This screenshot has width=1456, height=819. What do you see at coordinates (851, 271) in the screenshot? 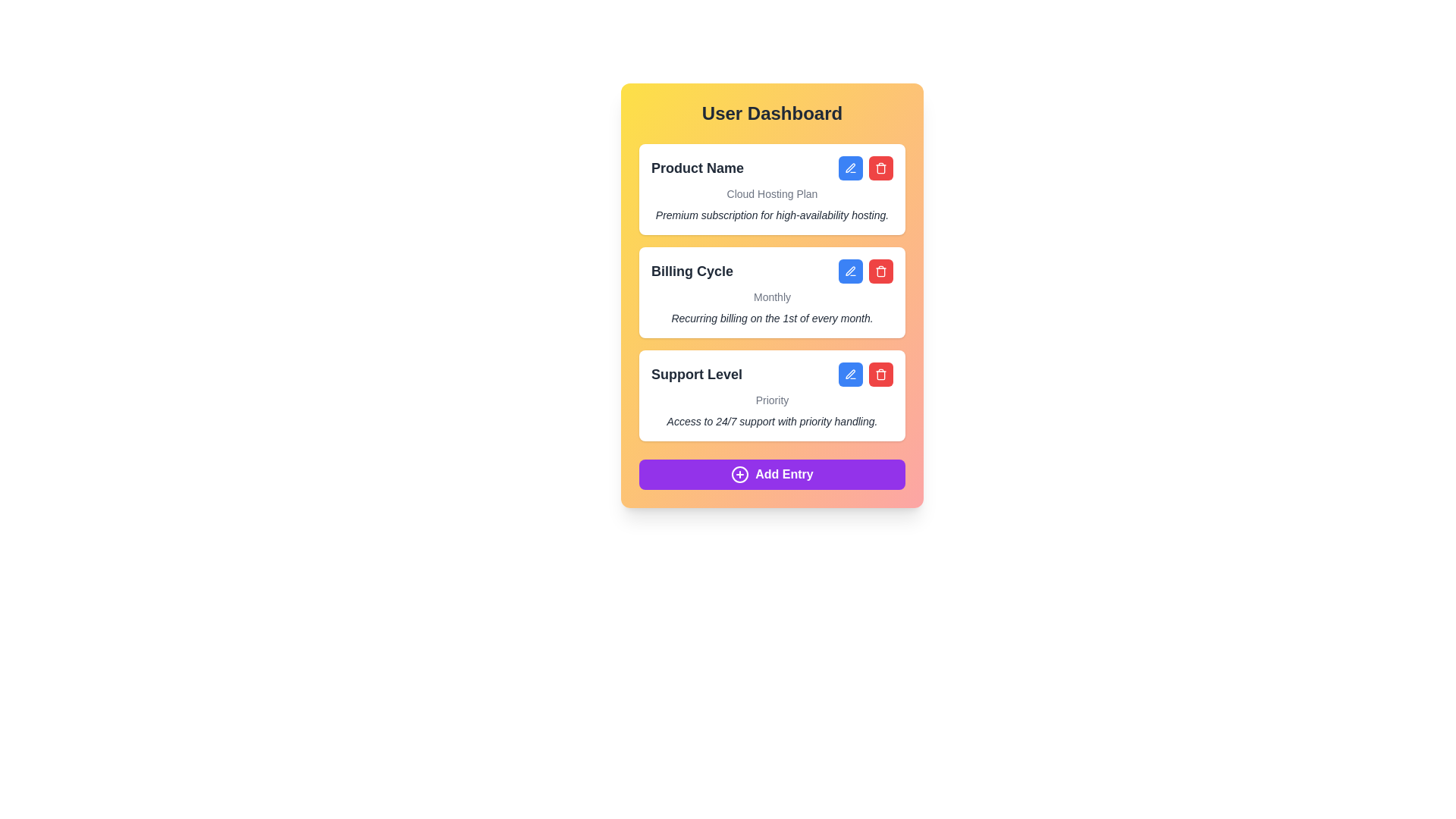
I see `the first interactive button beside the 'Billing Cycle' label` at bounding box center [851, 271].